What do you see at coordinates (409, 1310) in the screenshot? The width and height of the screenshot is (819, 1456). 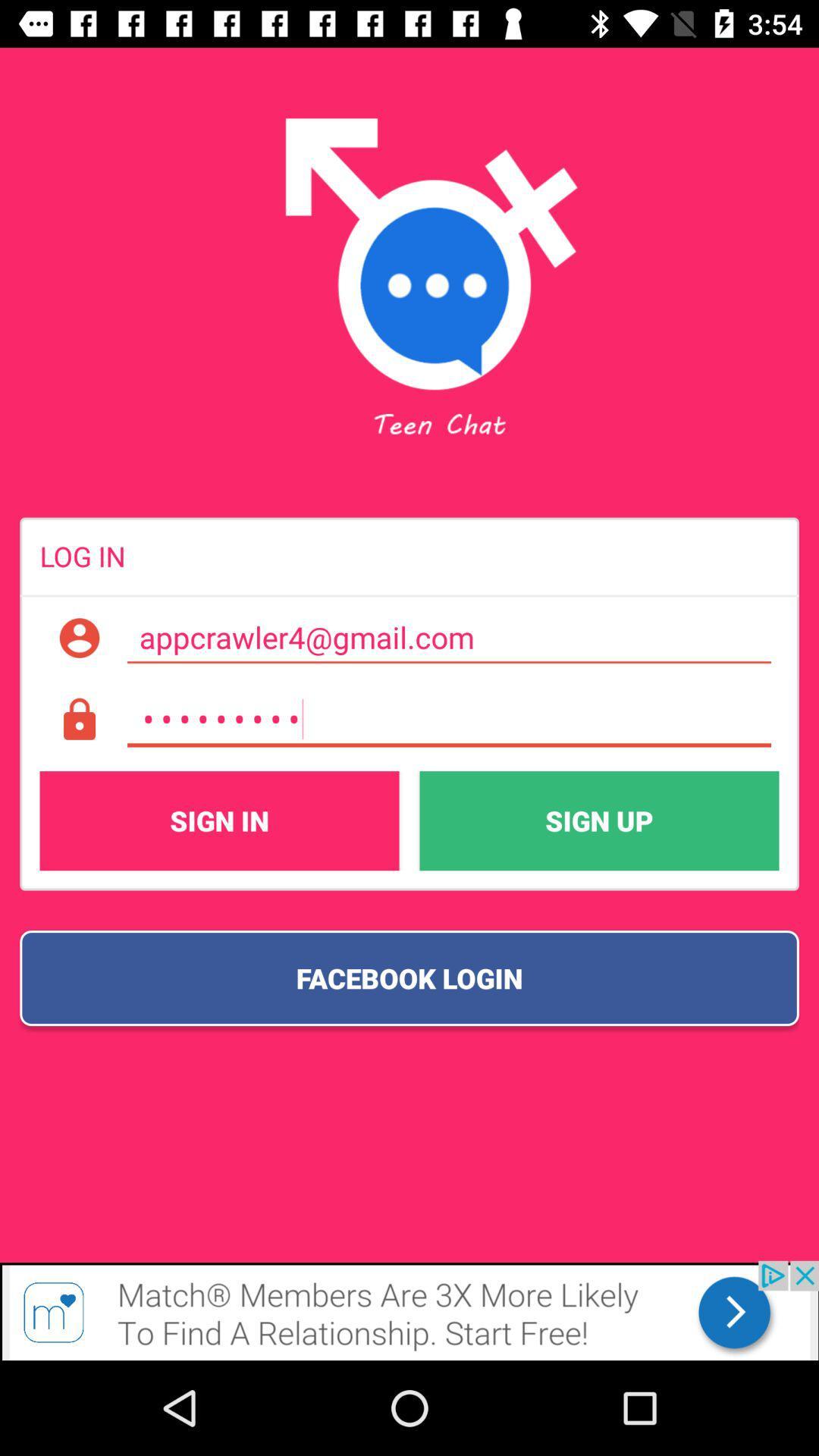 I see `next button` at bounding box center [409, 1310].